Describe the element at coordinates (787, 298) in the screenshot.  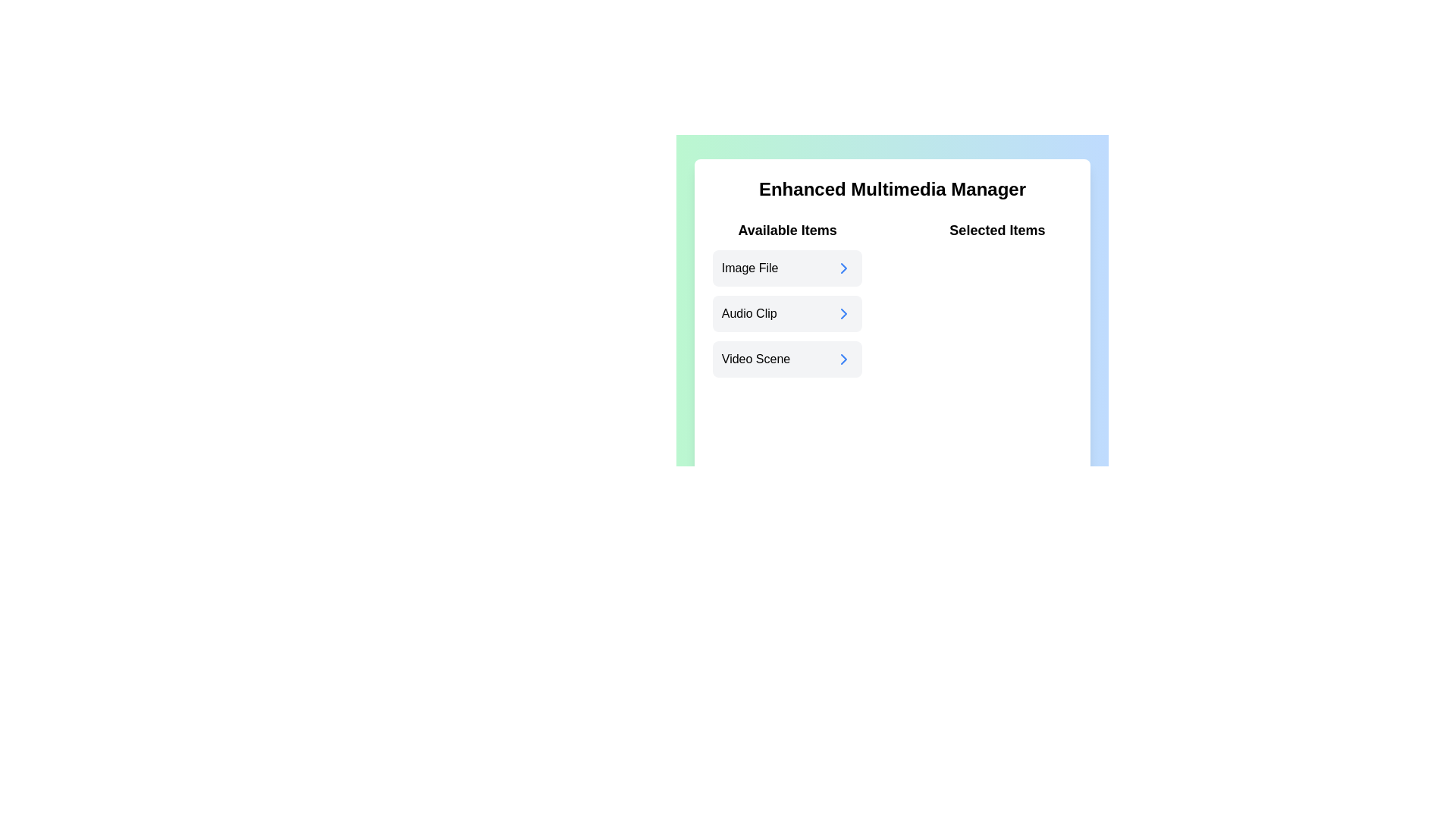
I see `the second item in the 'Available Items' list` at that location.